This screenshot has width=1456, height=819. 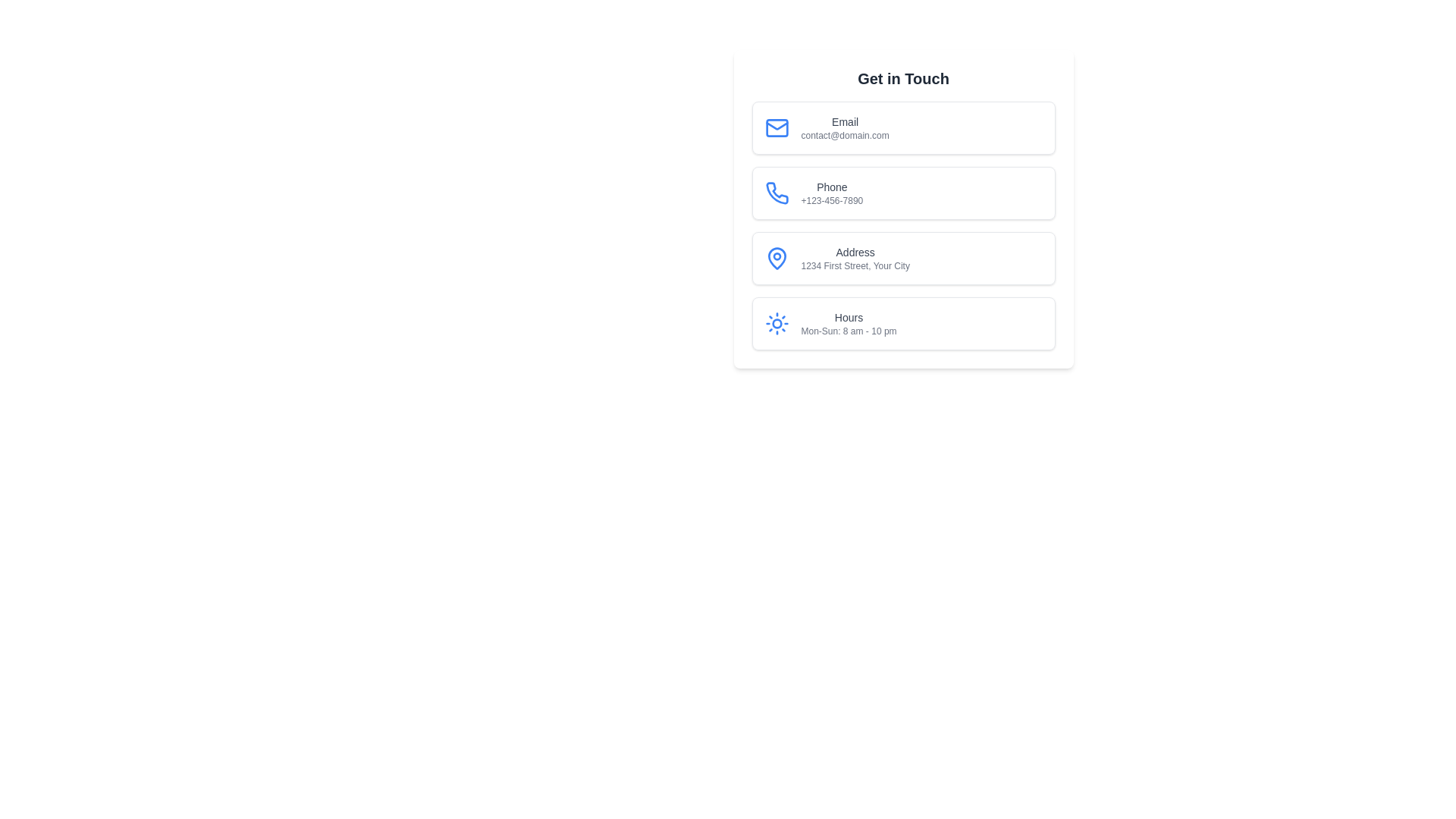 What do you see at coordinates (776, 257) in the screenshot?
I see `the pin-shaped icon with a blue border located in the third row of the contact information section, to the left of the address description` at bounding box center [776, 257].